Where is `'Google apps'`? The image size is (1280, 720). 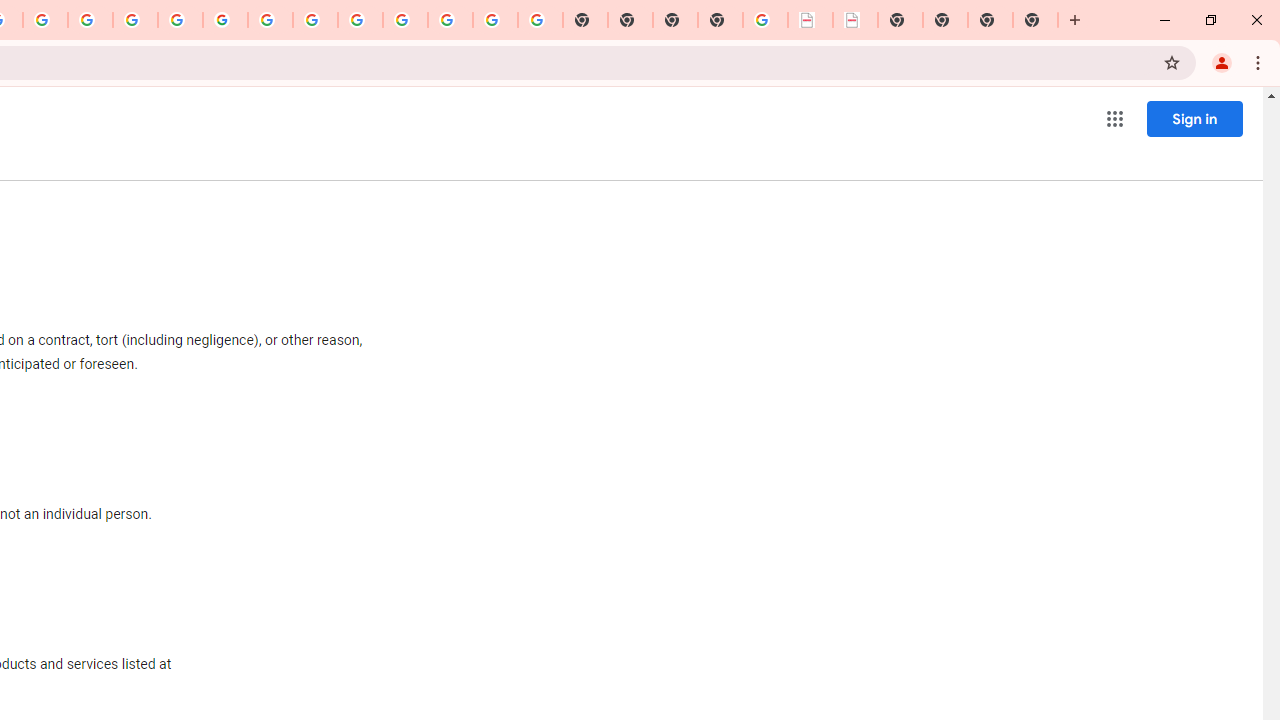
'Google apps' is located at coordinates (1113, 119).